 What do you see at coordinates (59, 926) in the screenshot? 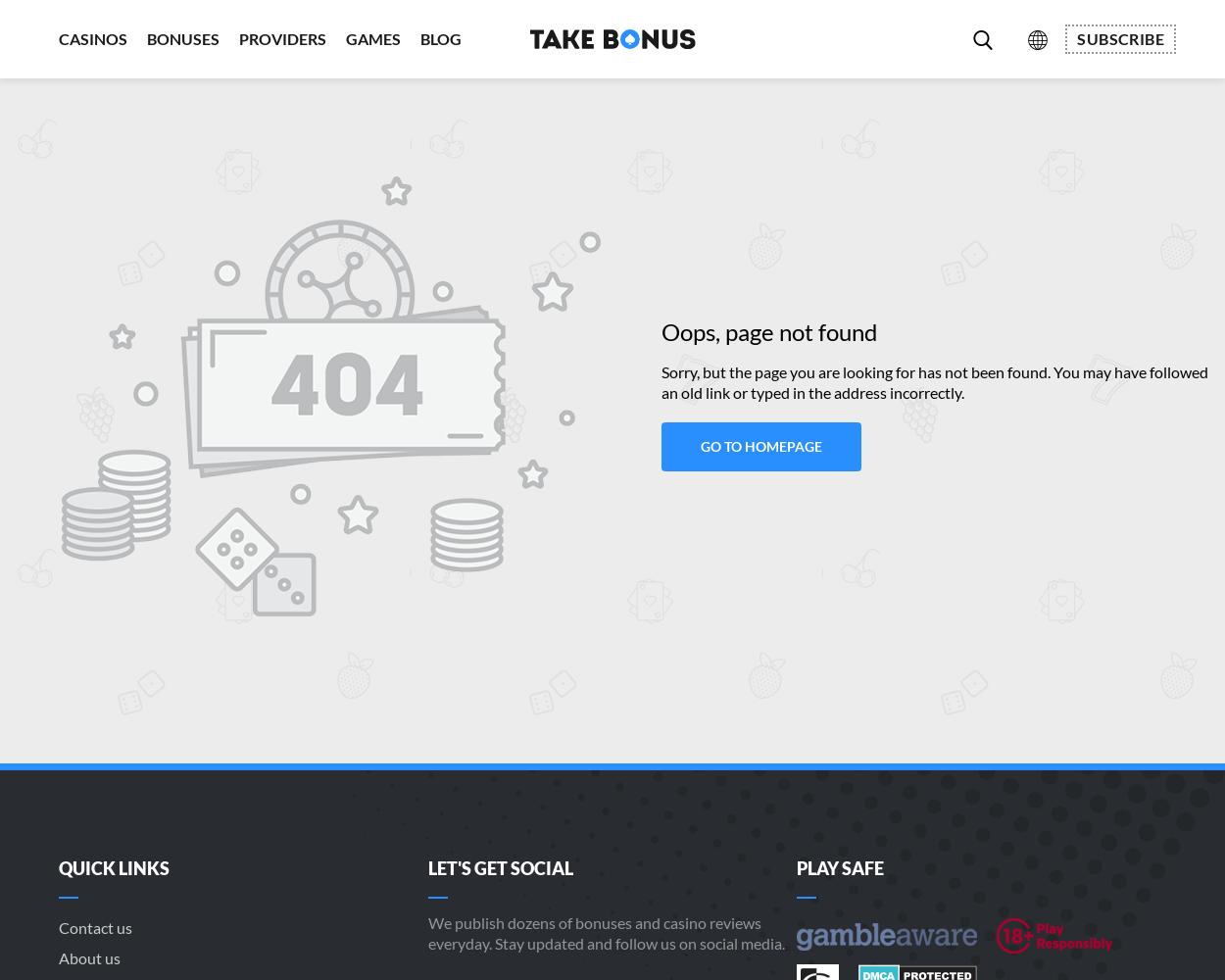
I see `'Contact us'` at bounding box center [59, 926].